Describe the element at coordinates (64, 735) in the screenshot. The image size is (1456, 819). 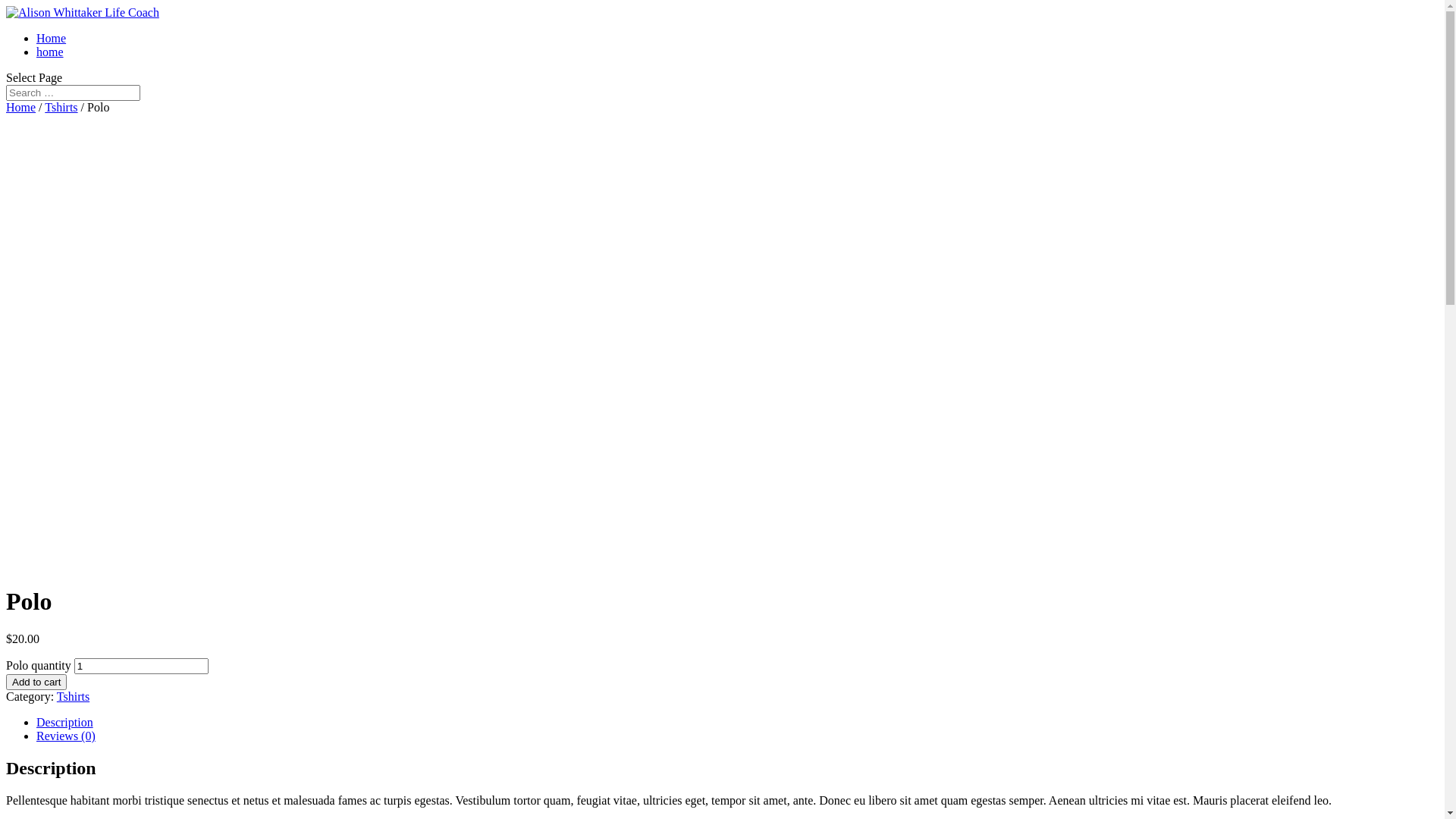
I see `'Reviews (0)'` at that location.